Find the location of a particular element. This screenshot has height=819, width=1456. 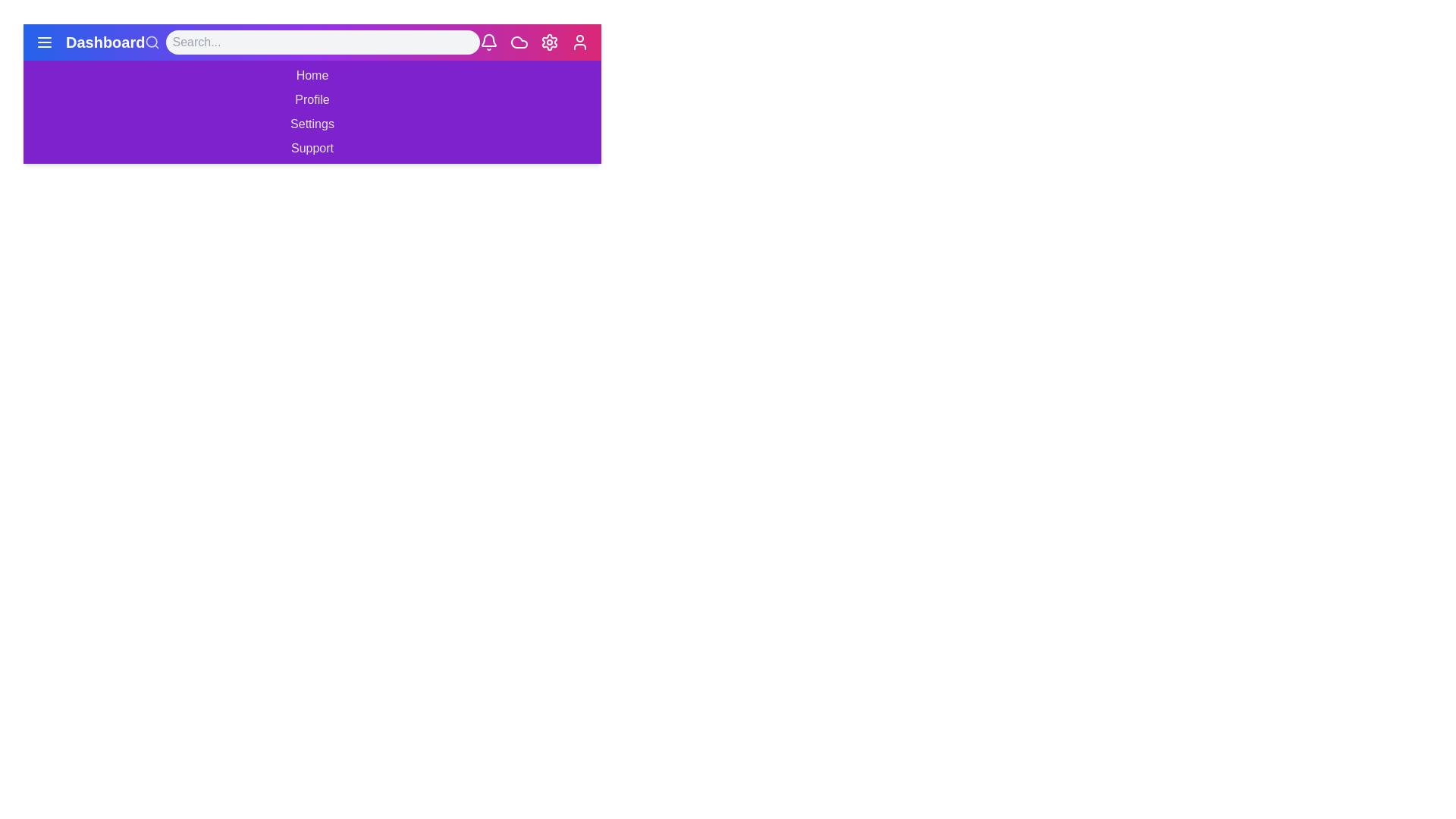

the menu item Profile in the navigation bar is located at coordinates (312, 99).